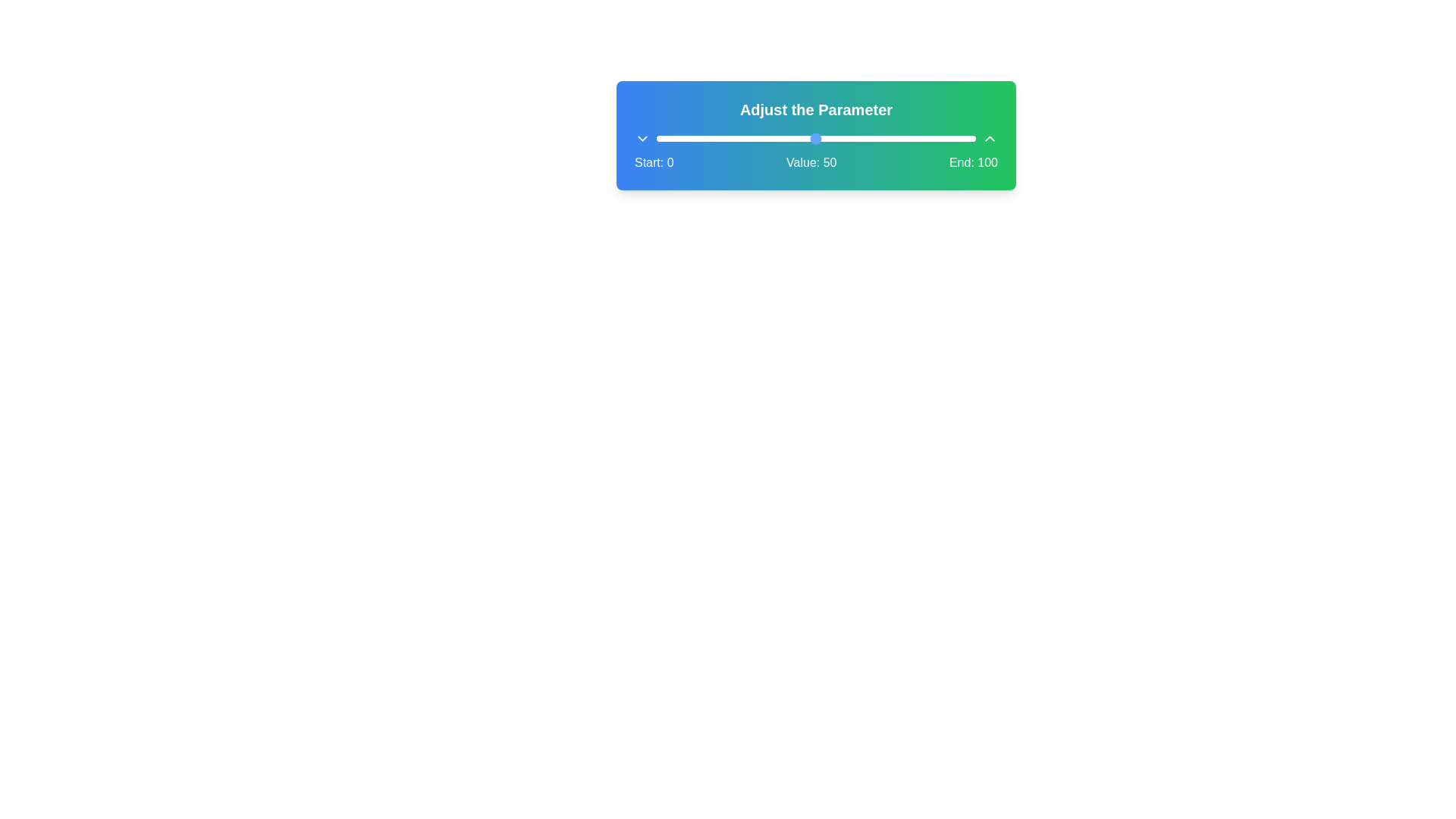  What do you see at coordinates (814, 138) in the screenshot?
I see `the slider value` at bounding box center [814, 138].